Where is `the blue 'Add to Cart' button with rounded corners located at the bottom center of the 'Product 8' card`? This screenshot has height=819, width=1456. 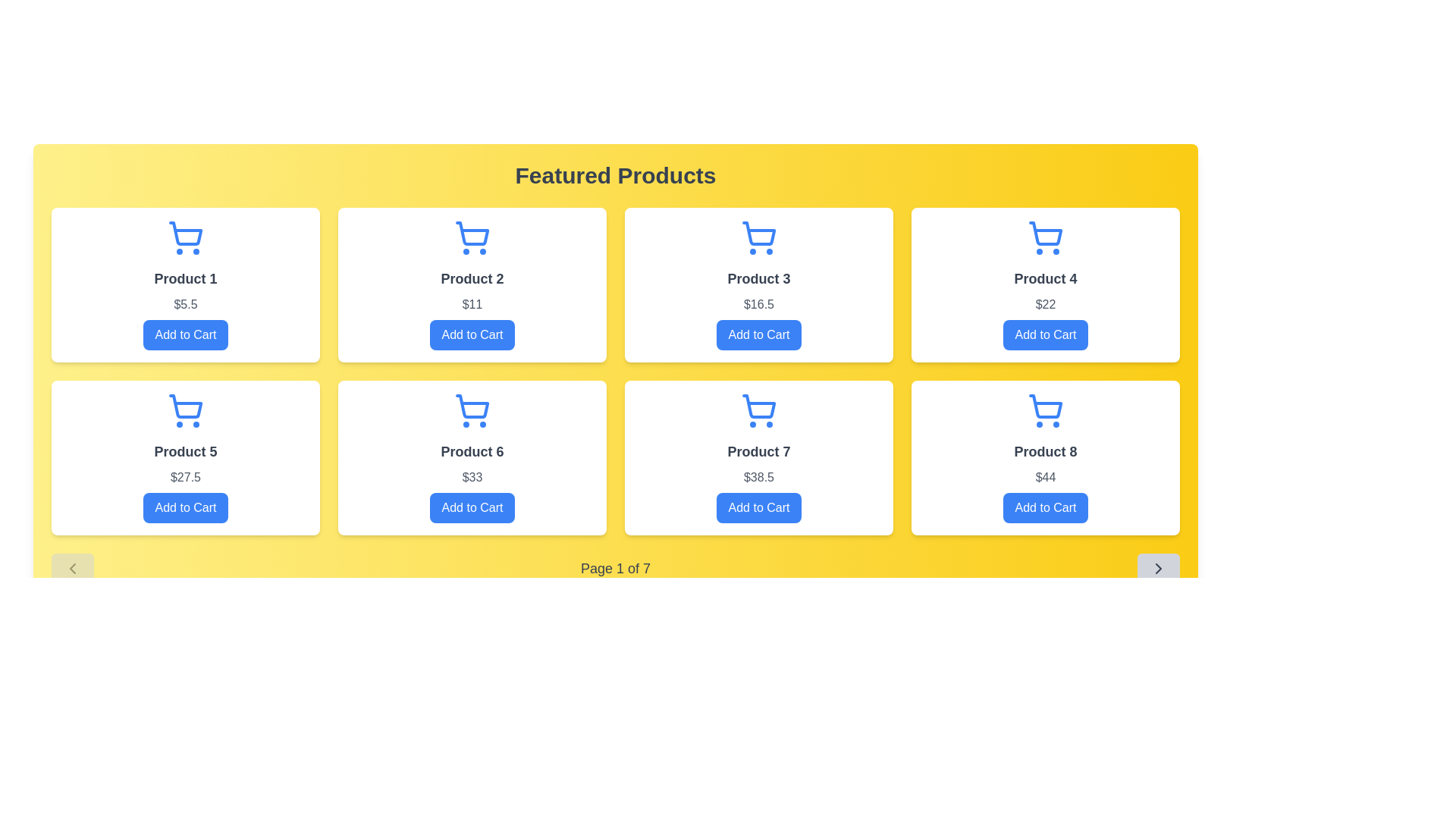
the blue 'Add to Cart' button with rounded corners located at the bottom center of the 'Product 8' card is located at coordinates (1044, 508).